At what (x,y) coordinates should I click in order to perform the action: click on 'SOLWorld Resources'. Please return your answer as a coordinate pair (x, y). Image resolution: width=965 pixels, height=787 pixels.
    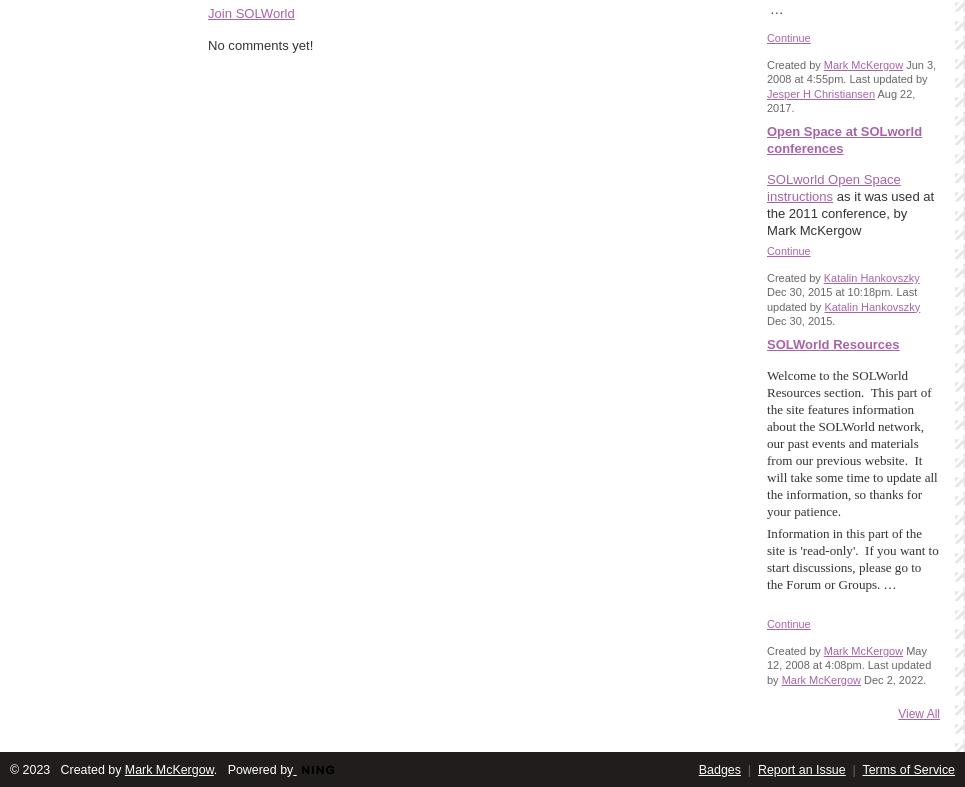
    Looking at the image, I should click on (831, 342).